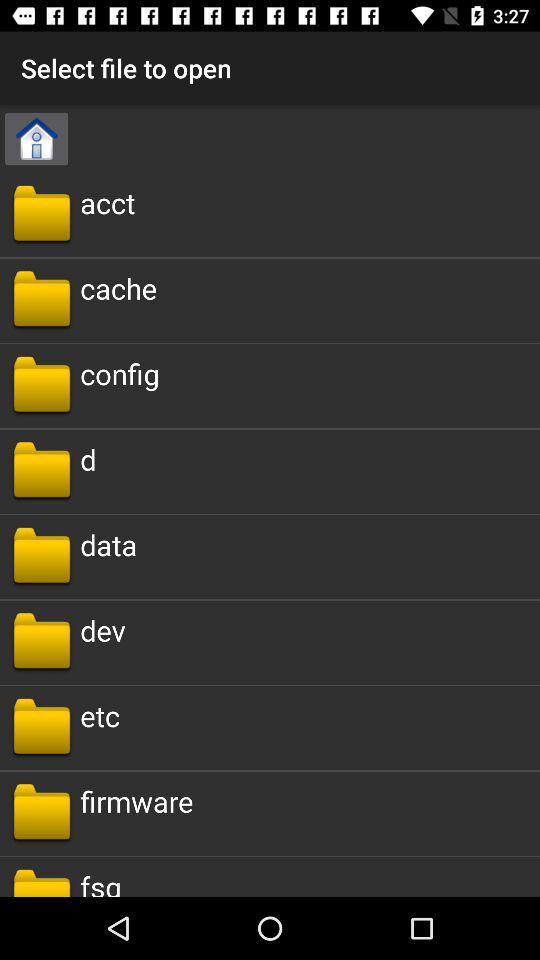 The height and width of the screenshot is (960, 540). I want to click on etc, so click(99, 715).